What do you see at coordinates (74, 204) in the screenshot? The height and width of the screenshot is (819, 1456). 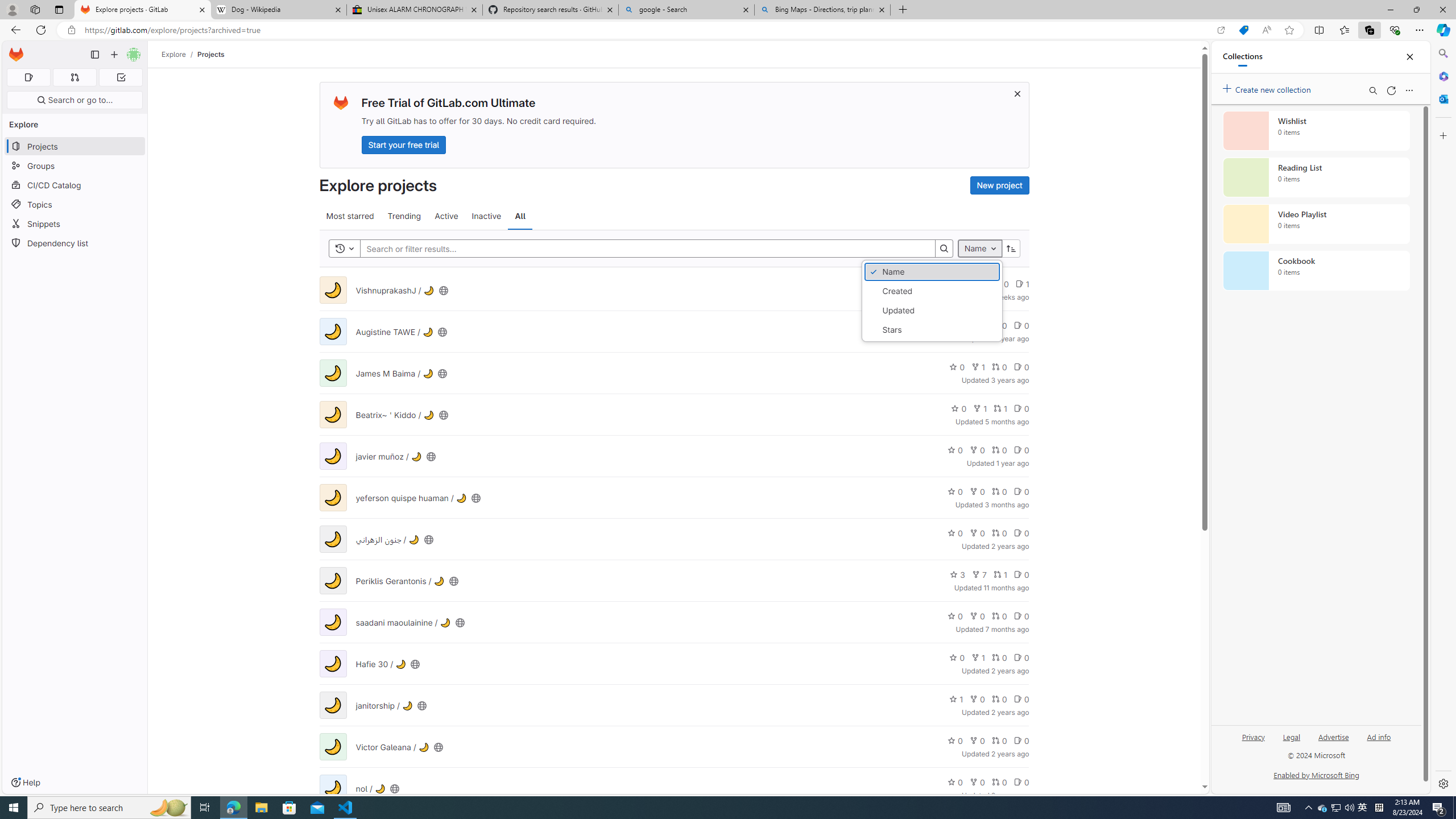 I see `'Topics'` at bounding box center [74, 204].